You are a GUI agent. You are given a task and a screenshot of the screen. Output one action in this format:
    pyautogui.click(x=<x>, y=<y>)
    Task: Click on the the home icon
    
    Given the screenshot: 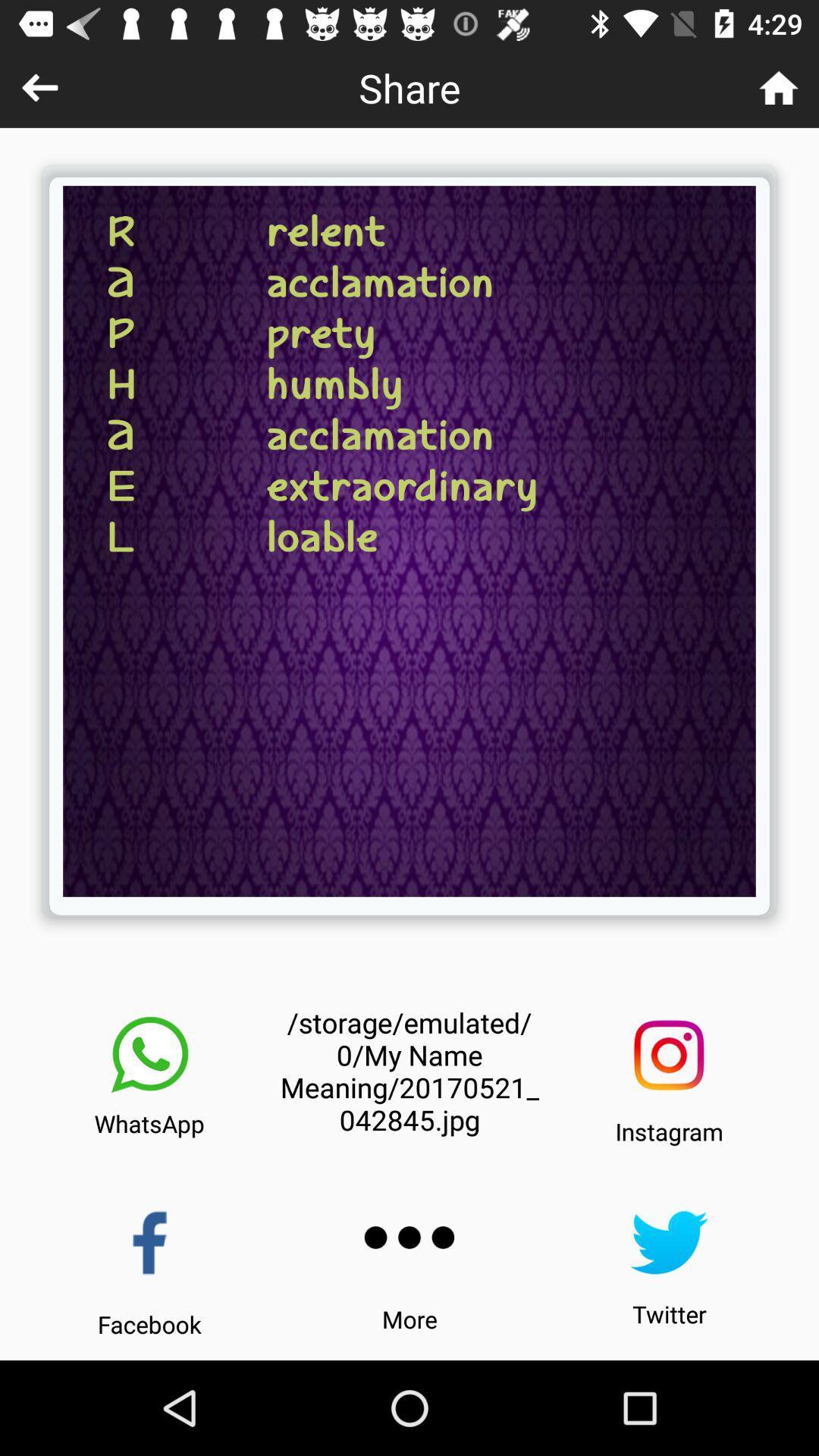 What is the action you would take?
    pyautogui.click(x=779, y=86)
    